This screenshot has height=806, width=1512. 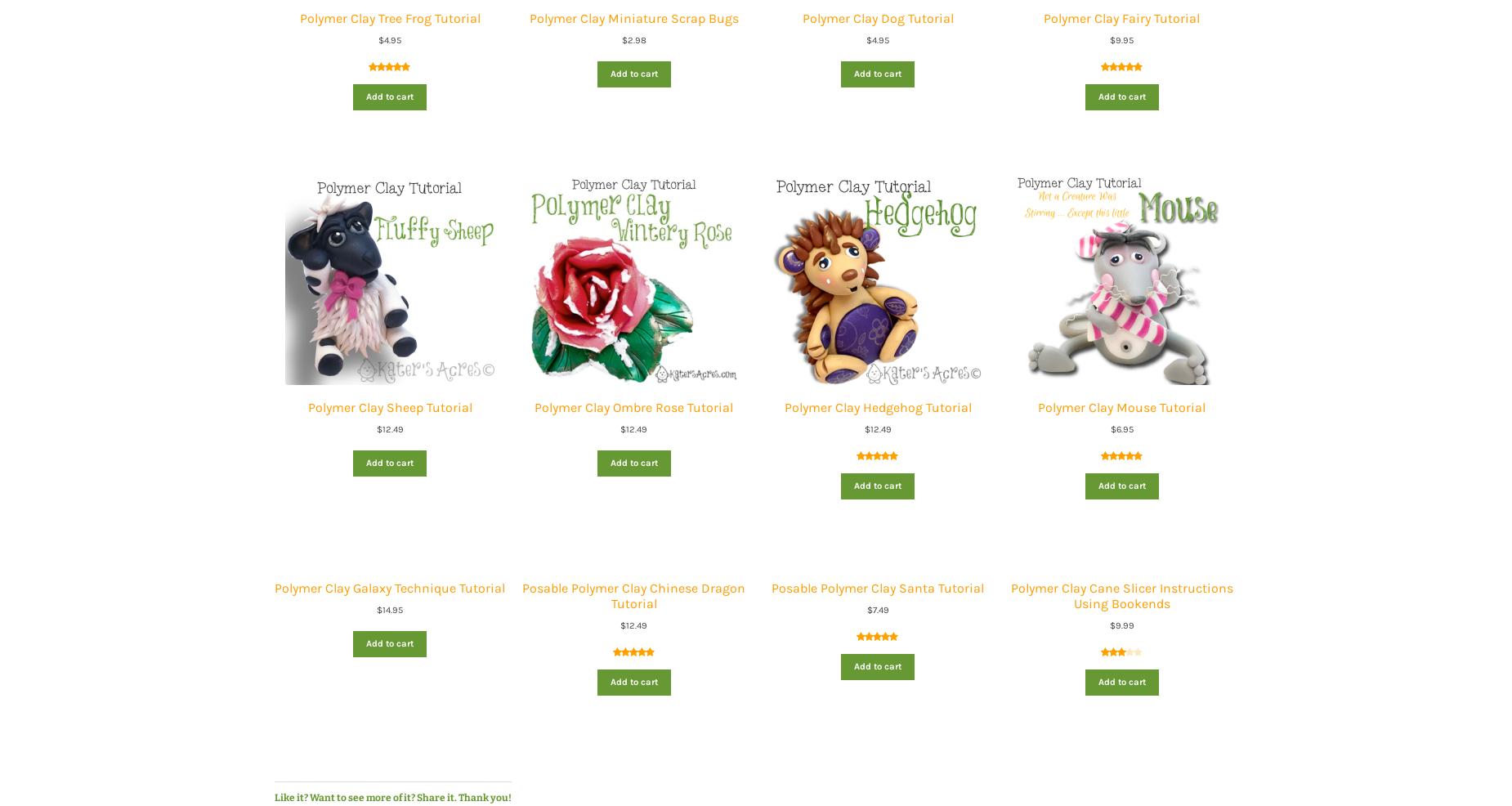 I want to click on '14.95', so click(x=382, y=609).